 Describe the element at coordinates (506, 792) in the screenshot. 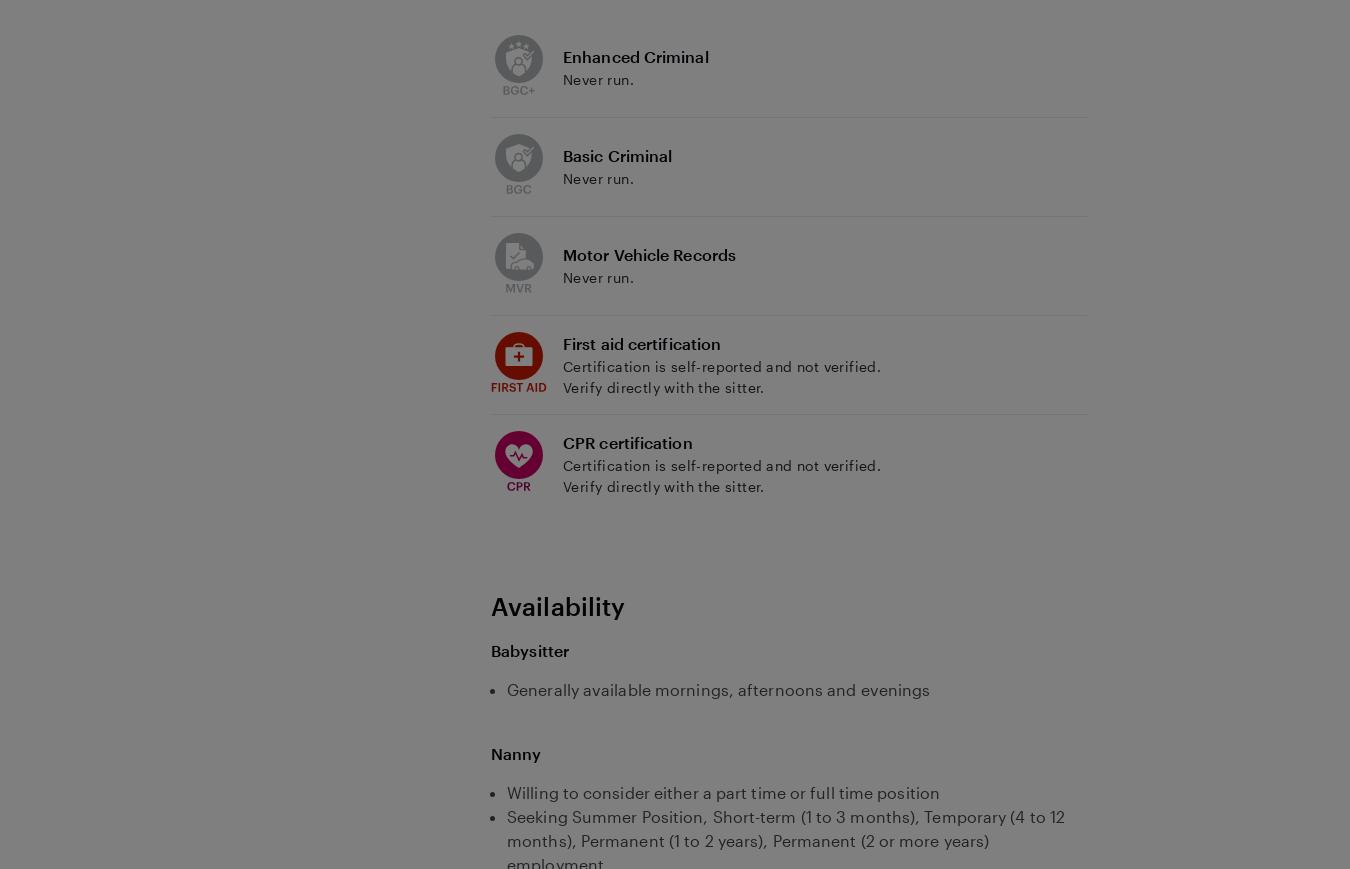

I see `'Willing to consider either a part time or full time position'` at that location.